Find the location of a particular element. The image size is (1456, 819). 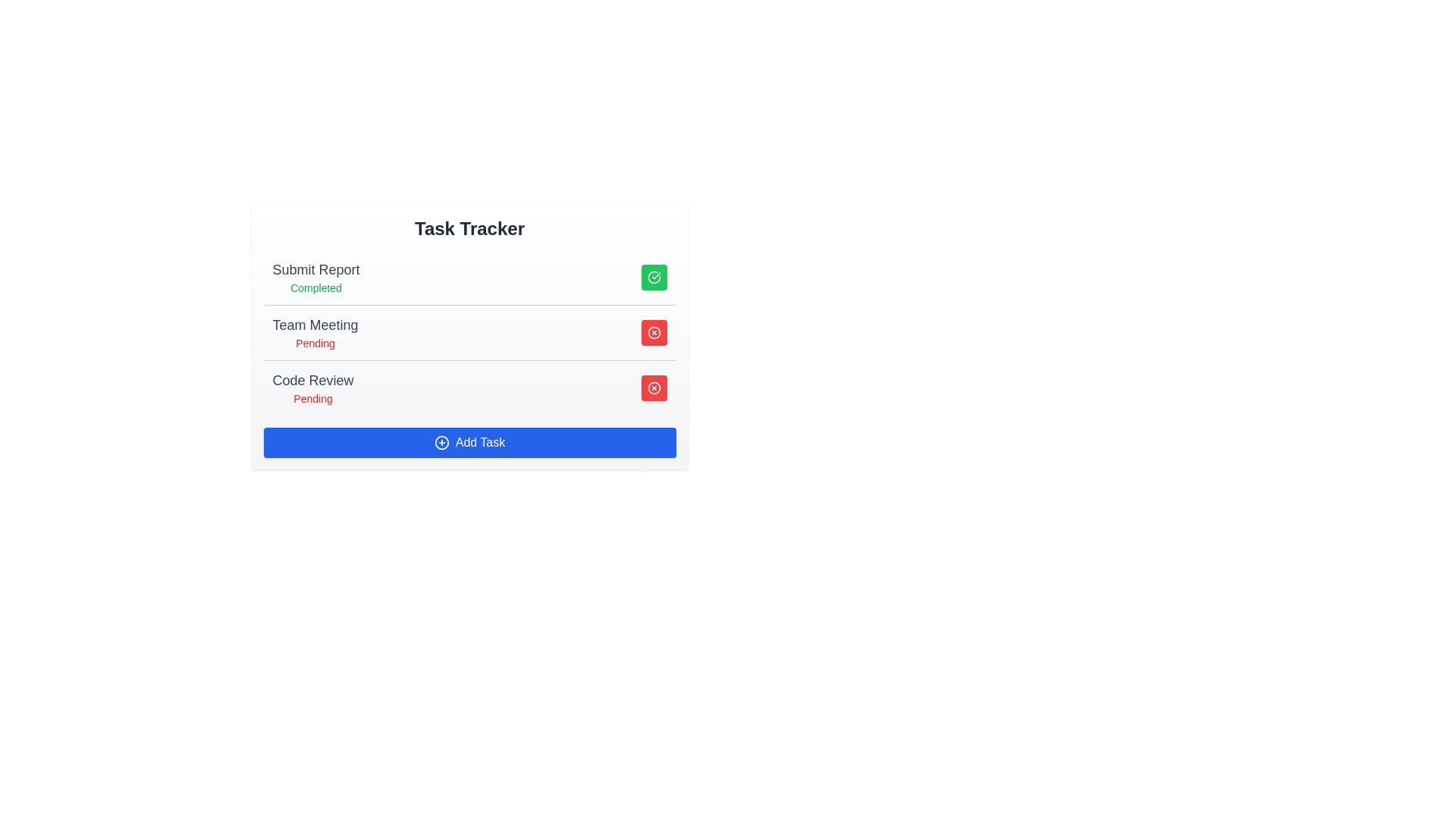

text from the Text Label that conveys the title of a specific task item, which is positioned above the 'Pending' label and below 'Submit Report' in the task tracker interface is located at coordinates (315, 324).